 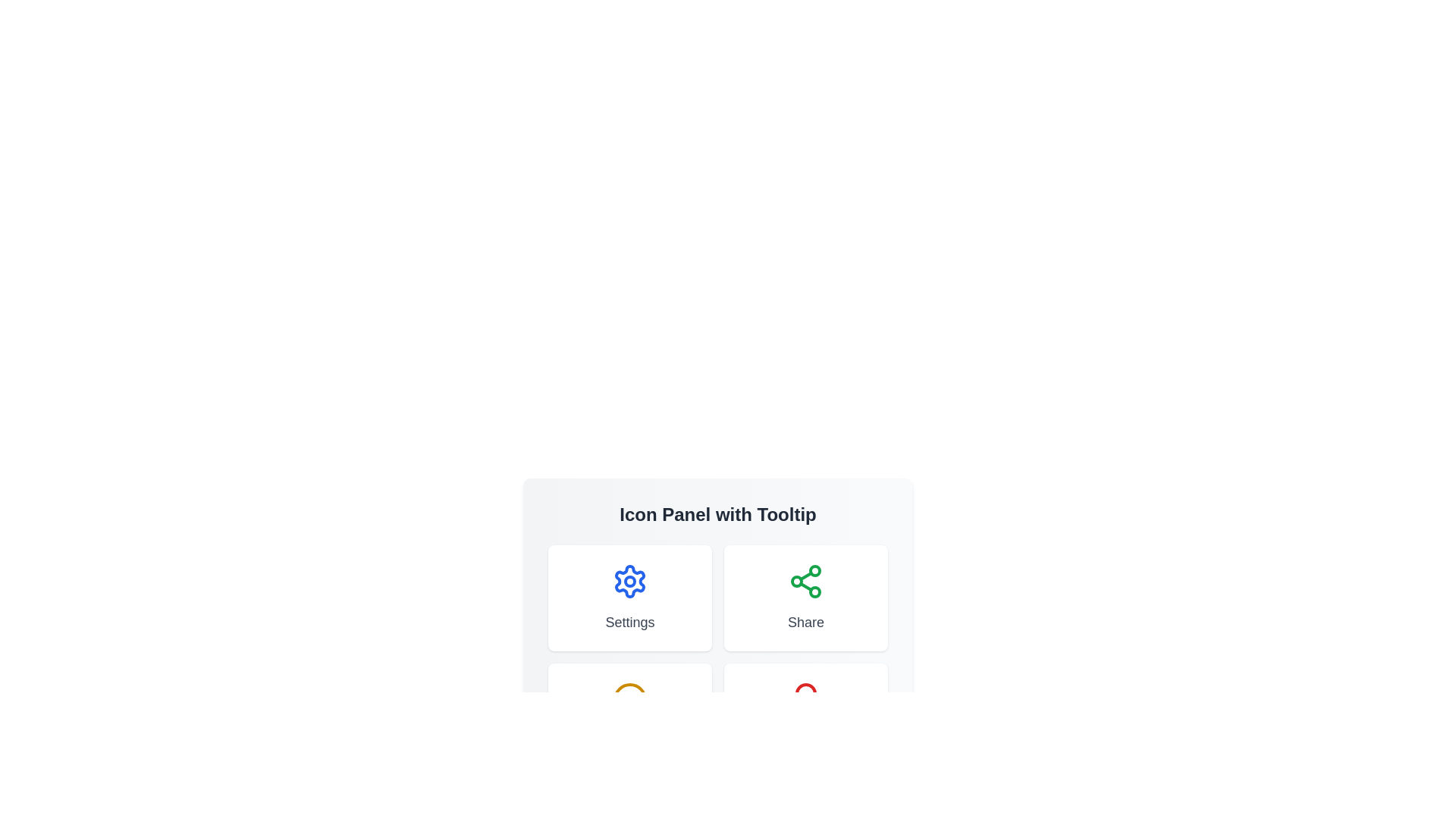 I want to click on the 'Share' static text element, which serves as a label for the sharing icon located in the top-right tile of the icon grid, so click(x=805, y=623).